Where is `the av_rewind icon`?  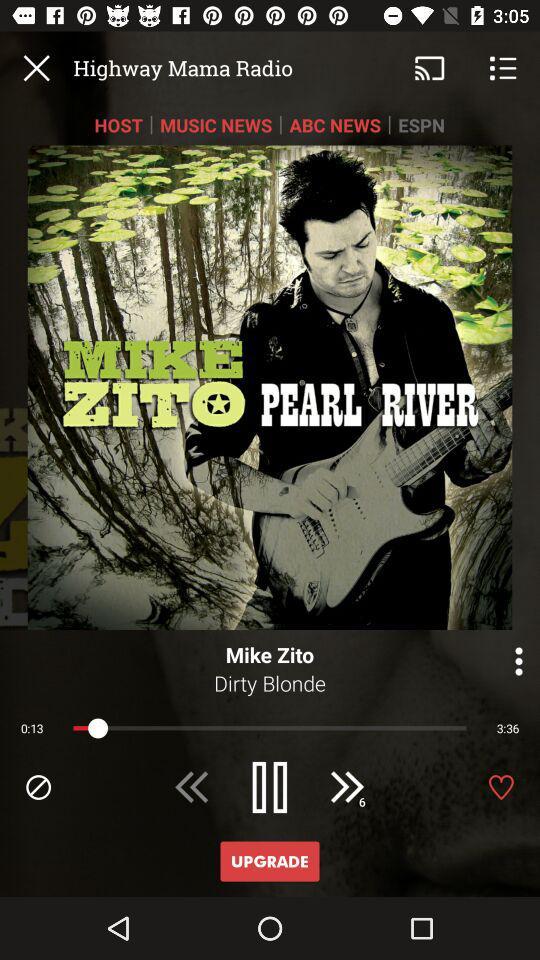 the av_rewind icon is located at coordinates (192, 787).